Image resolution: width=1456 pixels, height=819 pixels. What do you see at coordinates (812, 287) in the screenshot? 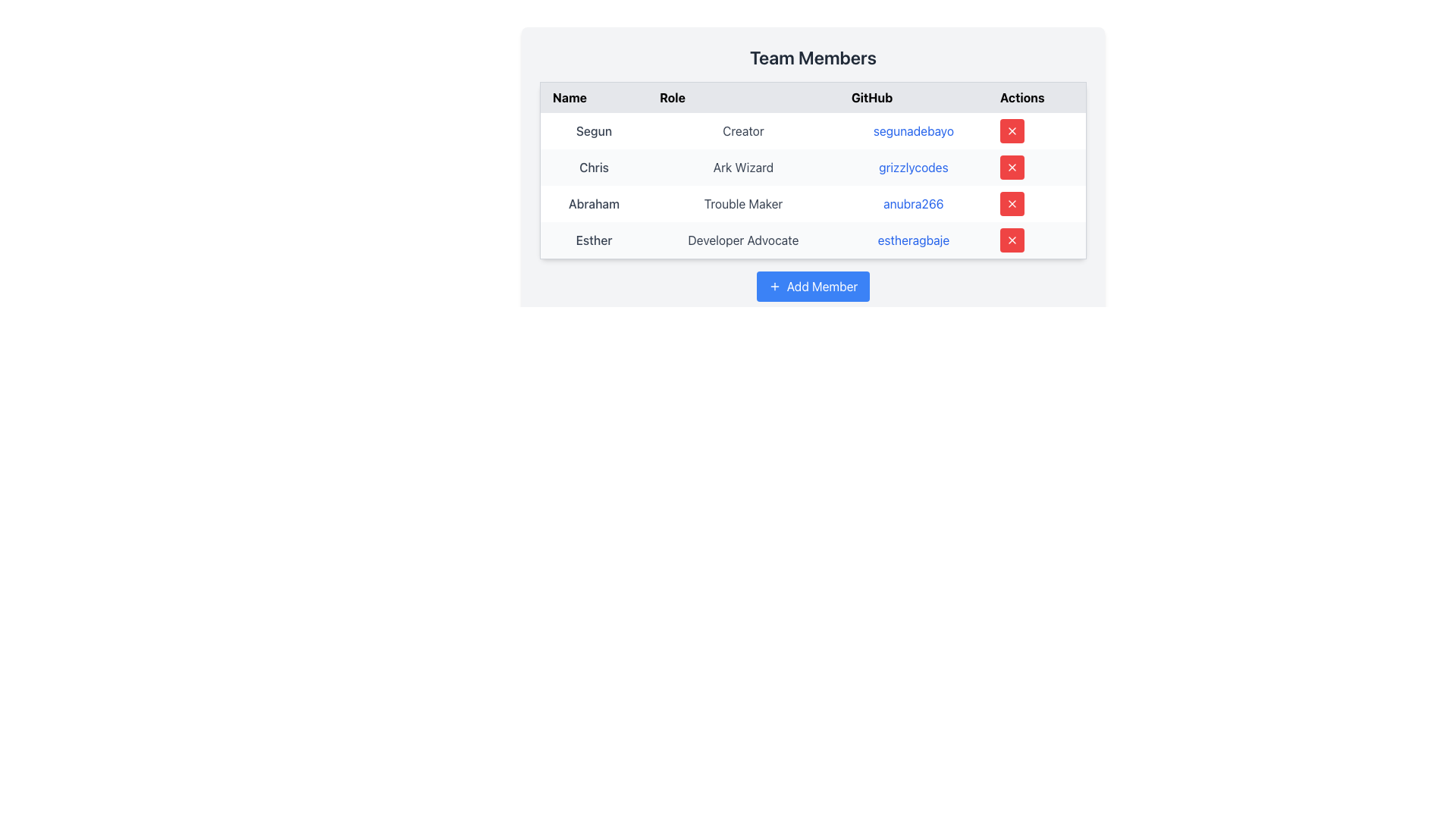
I see `the blue rectangular 'Add Member' button with rounded corners, labeled in white text and featuring a white plus icon` at bounding box center [812, 287].